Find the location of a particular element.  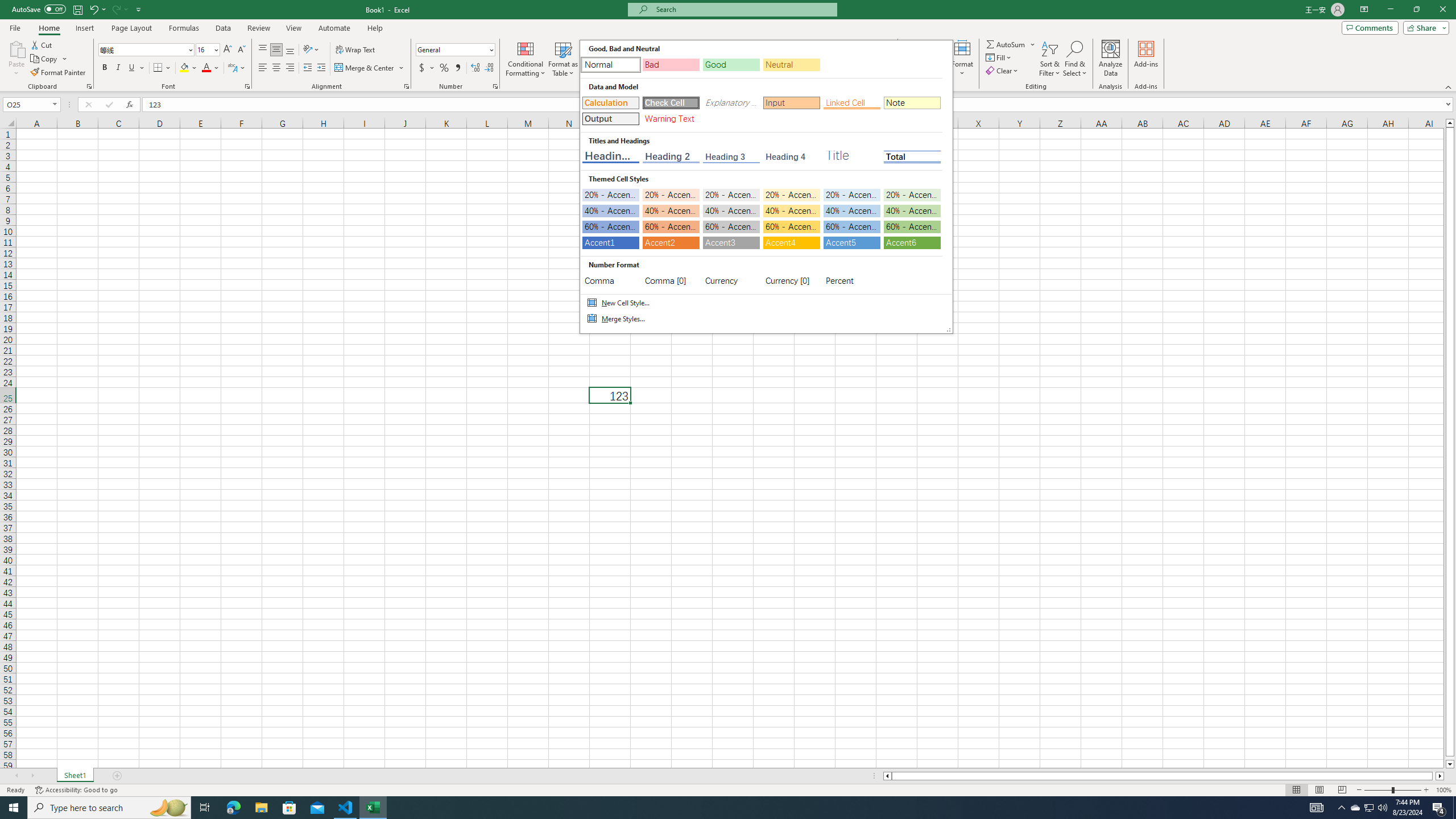

'Format Painter' is located at coordinates (58, 72).